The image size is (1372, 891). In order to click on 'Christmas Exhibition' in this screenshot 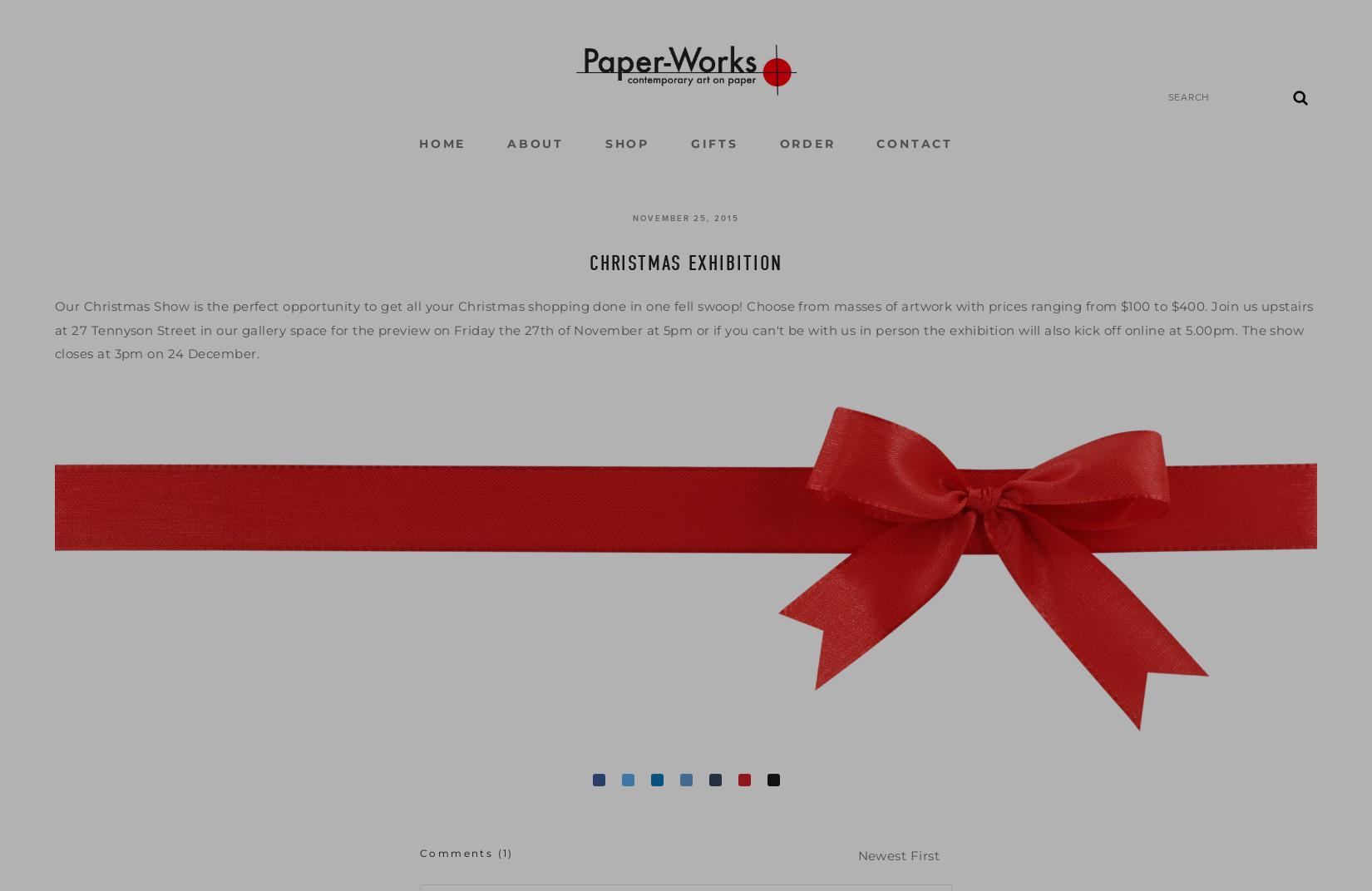, I will do `click(588, 261)`.